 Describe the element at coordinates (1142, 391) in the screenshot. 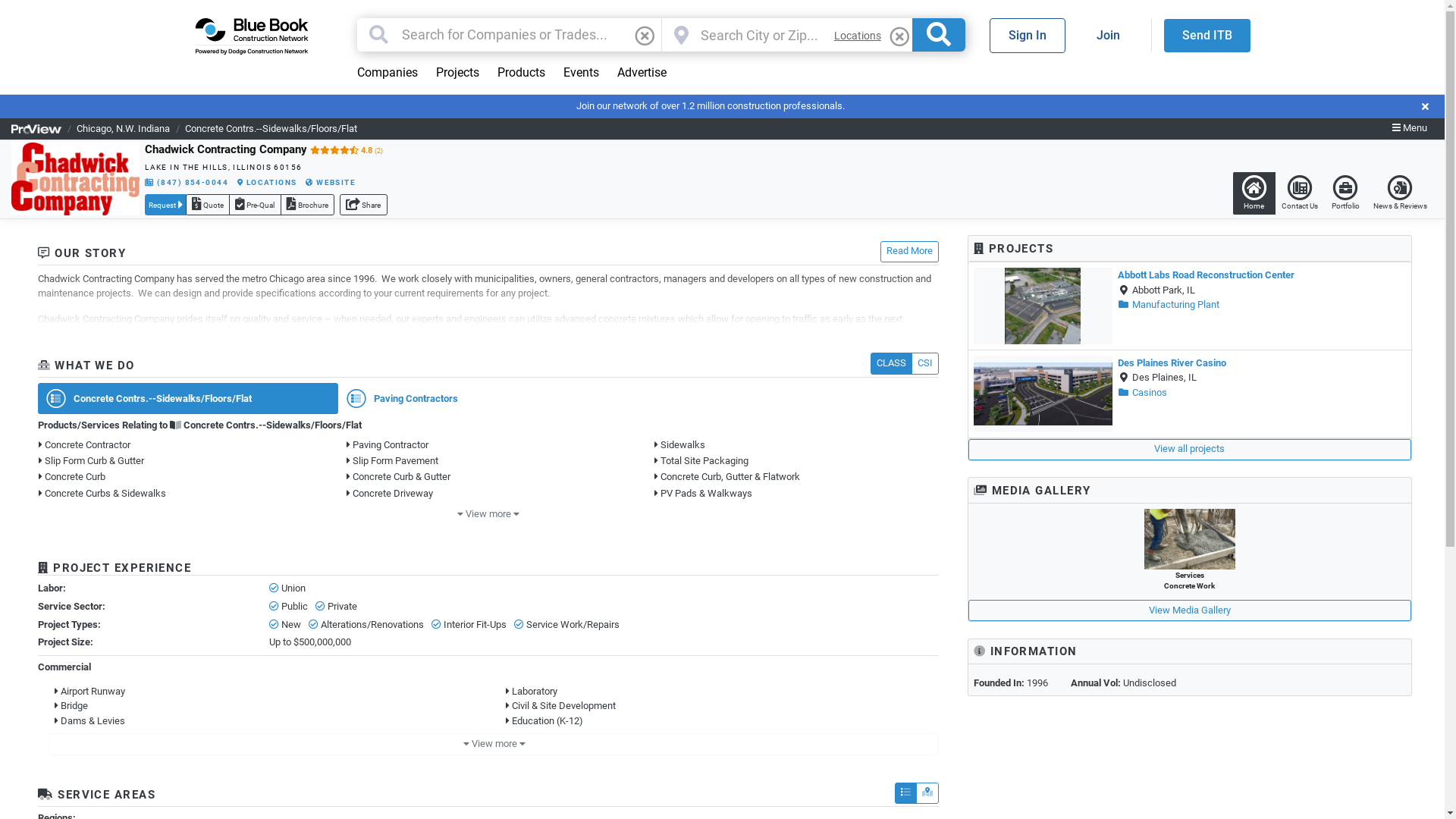

I see `'Casinos'` at that location.